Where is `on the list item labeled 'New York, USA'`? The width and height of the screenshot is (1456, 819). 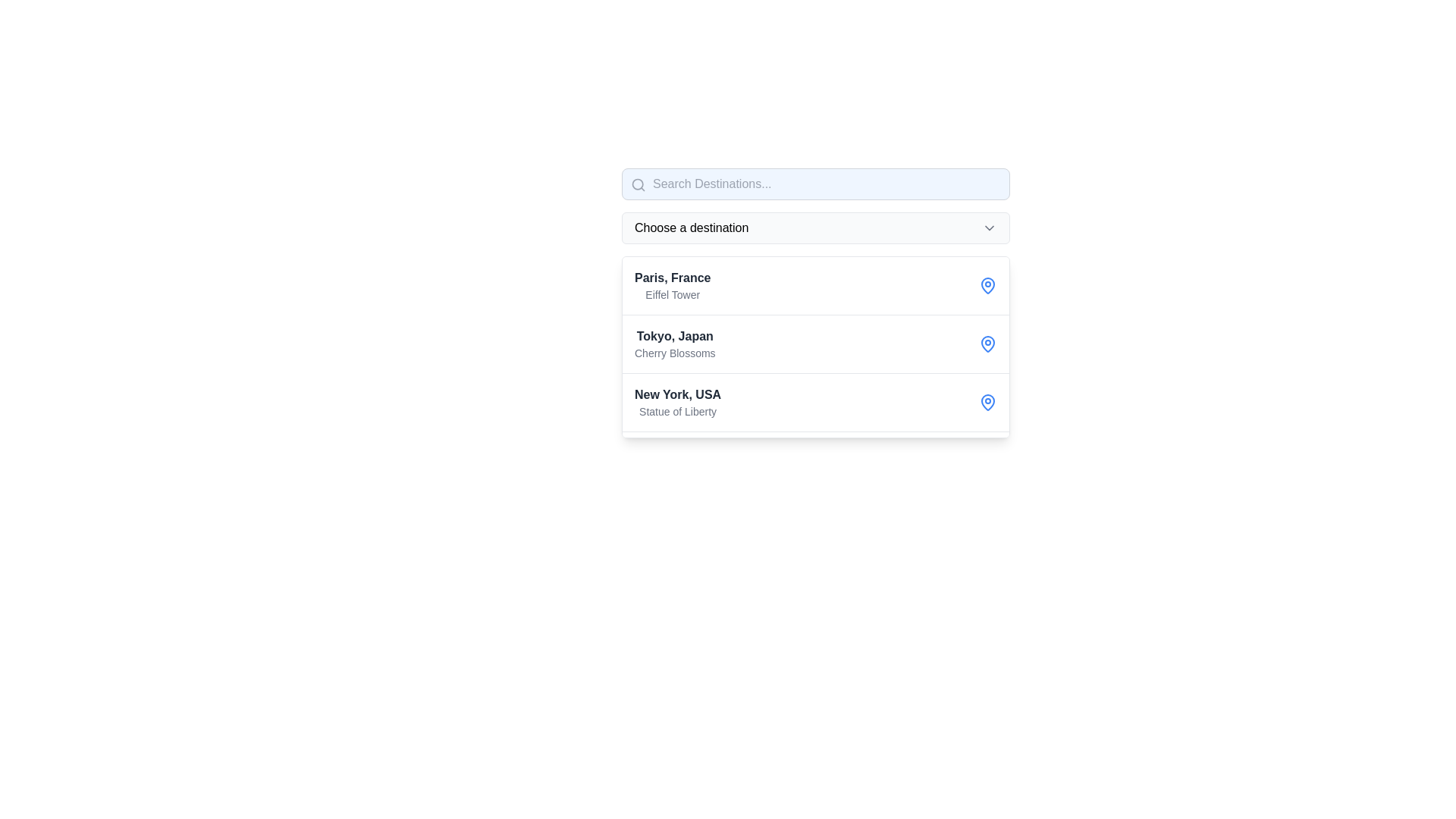 on the list item labeled 'New York, USA' is located at coordinates (677, 402).